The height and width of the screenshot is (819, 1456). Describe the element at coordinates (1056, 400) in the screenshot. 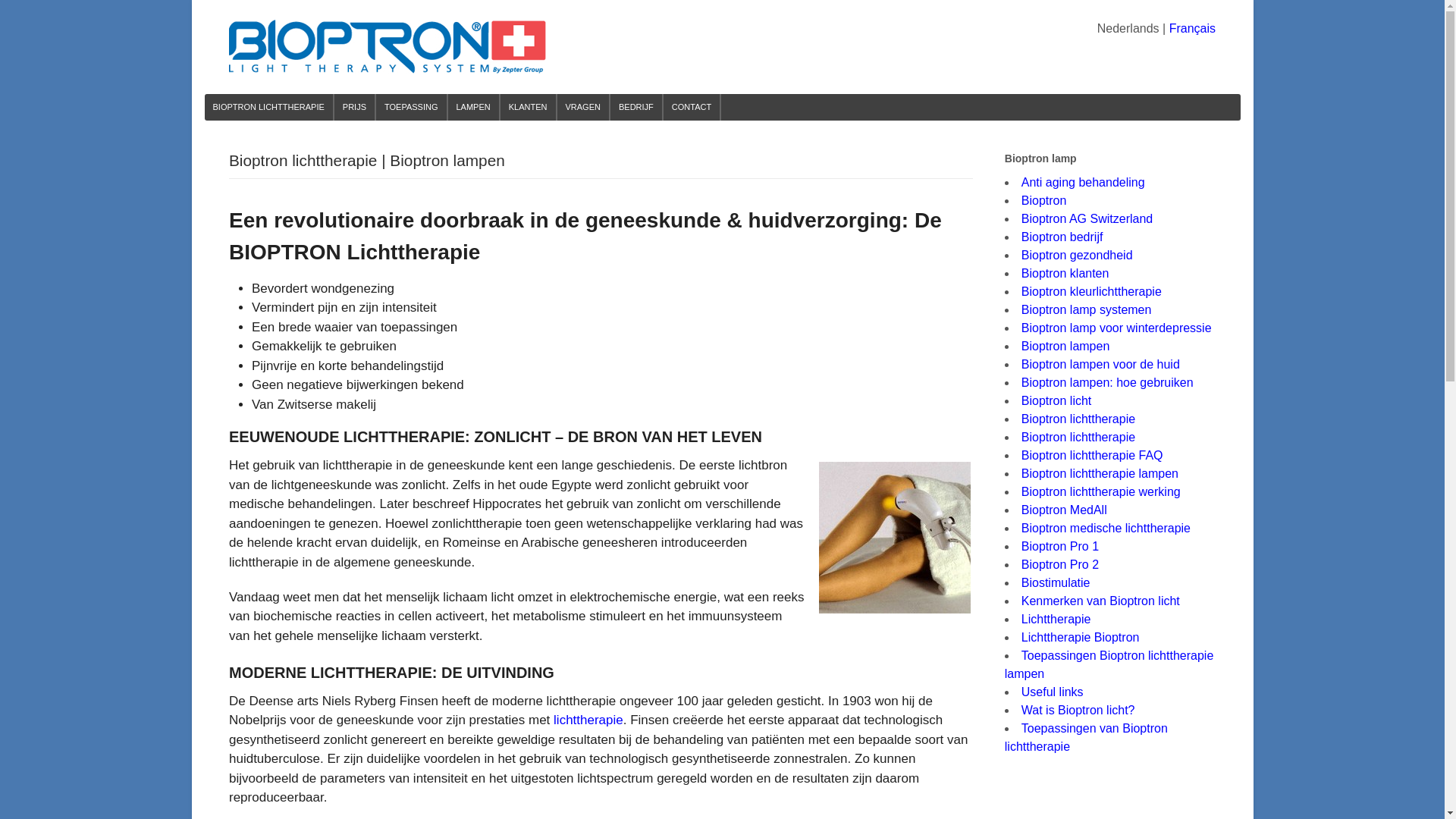

I see `'Bioptron licht'` at that location.